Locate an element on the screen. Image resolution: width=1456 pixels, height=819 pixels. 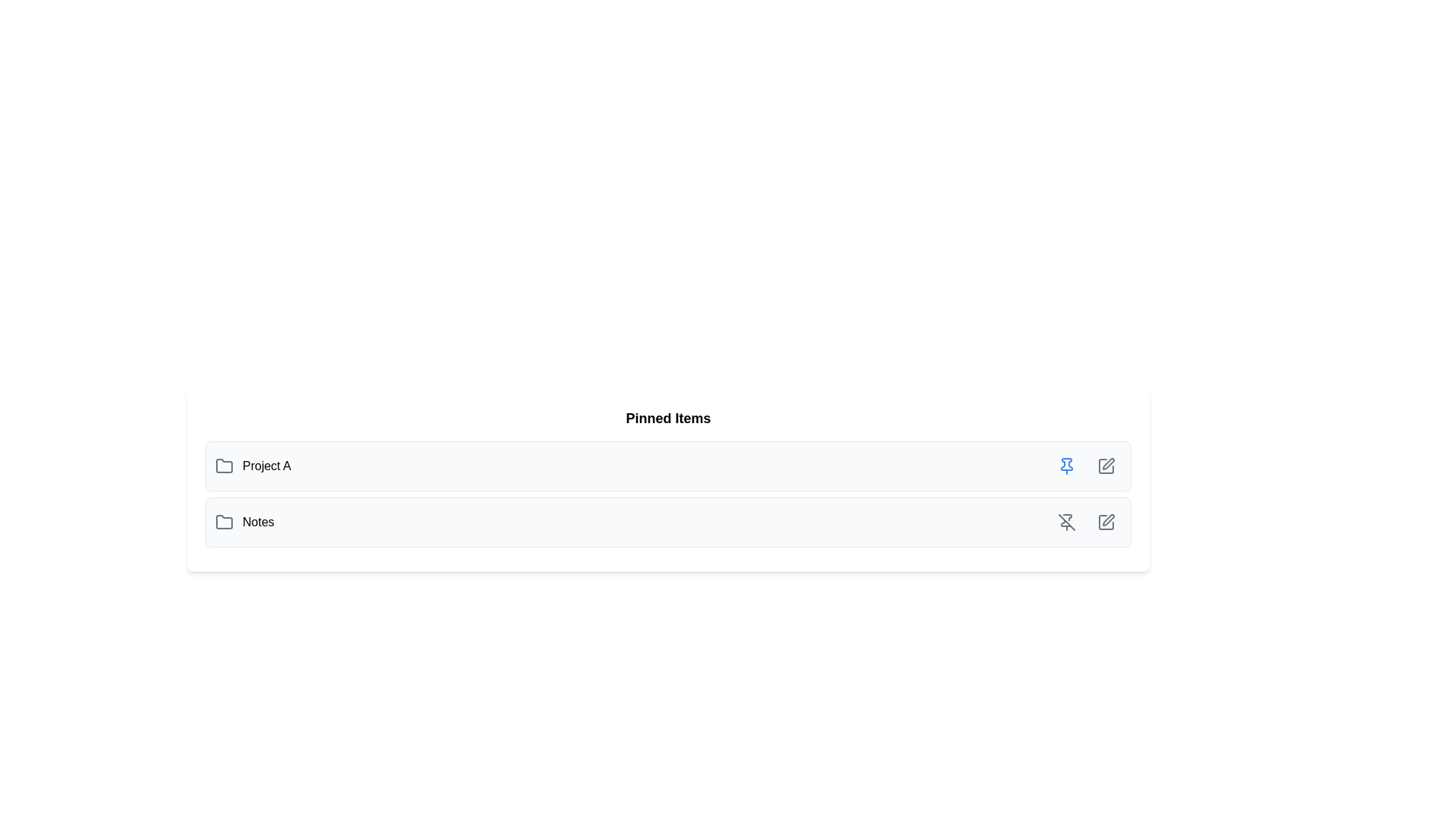
the folder icon labeled 'Notes' is located at coordinates (244, 522).